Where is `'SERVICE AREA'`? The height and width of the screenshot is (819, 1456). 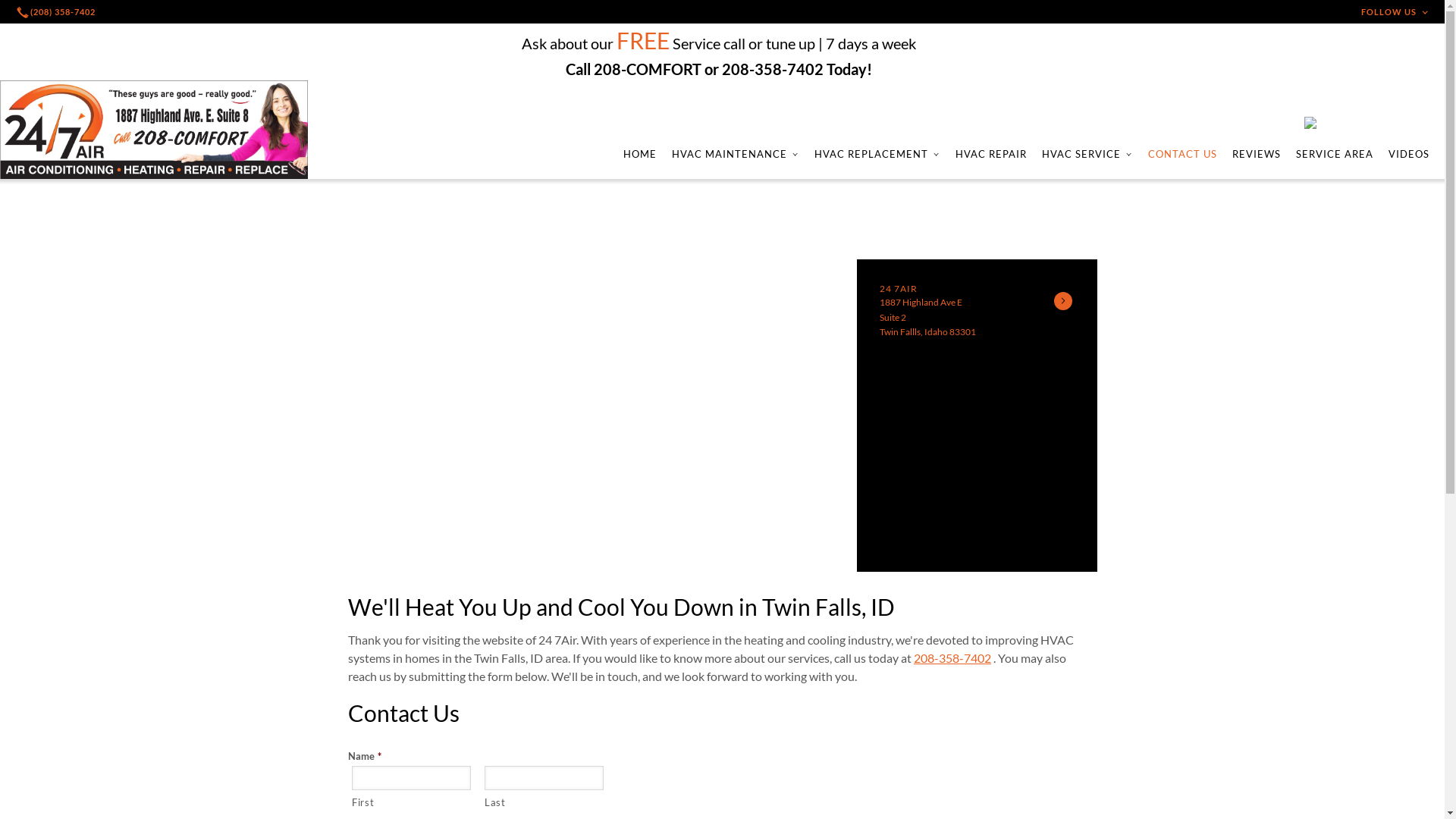
'SERVICE AREA' is located at coordinates (1335, 154).